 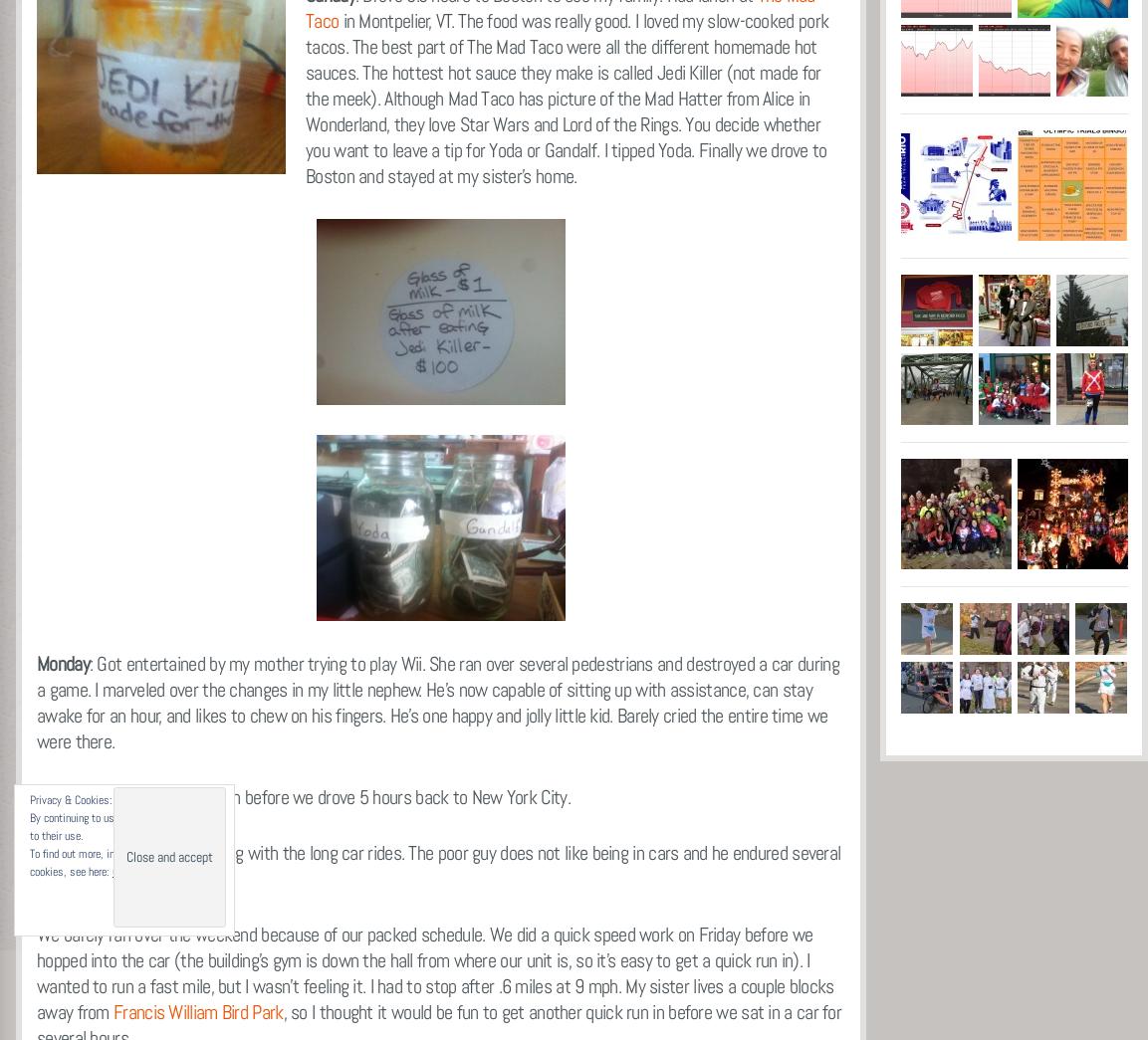 What do you see at coordinates (330, 796) in the screenshot?
I see `': Went for a quick run before we drove 5 hours back to New York City.'` at bounding box center [330, 796].